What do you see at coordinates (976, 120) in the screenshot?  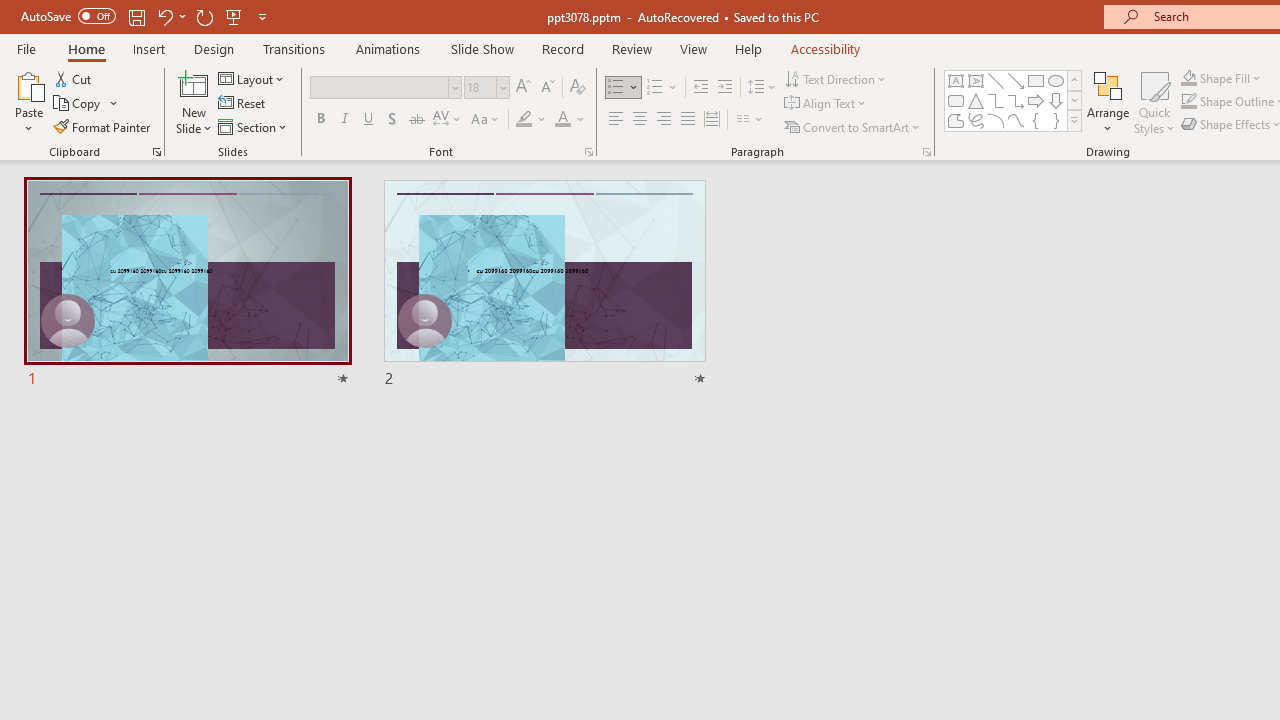 I see `'Freeform: Scribble'` at bounding box center [976, 120].